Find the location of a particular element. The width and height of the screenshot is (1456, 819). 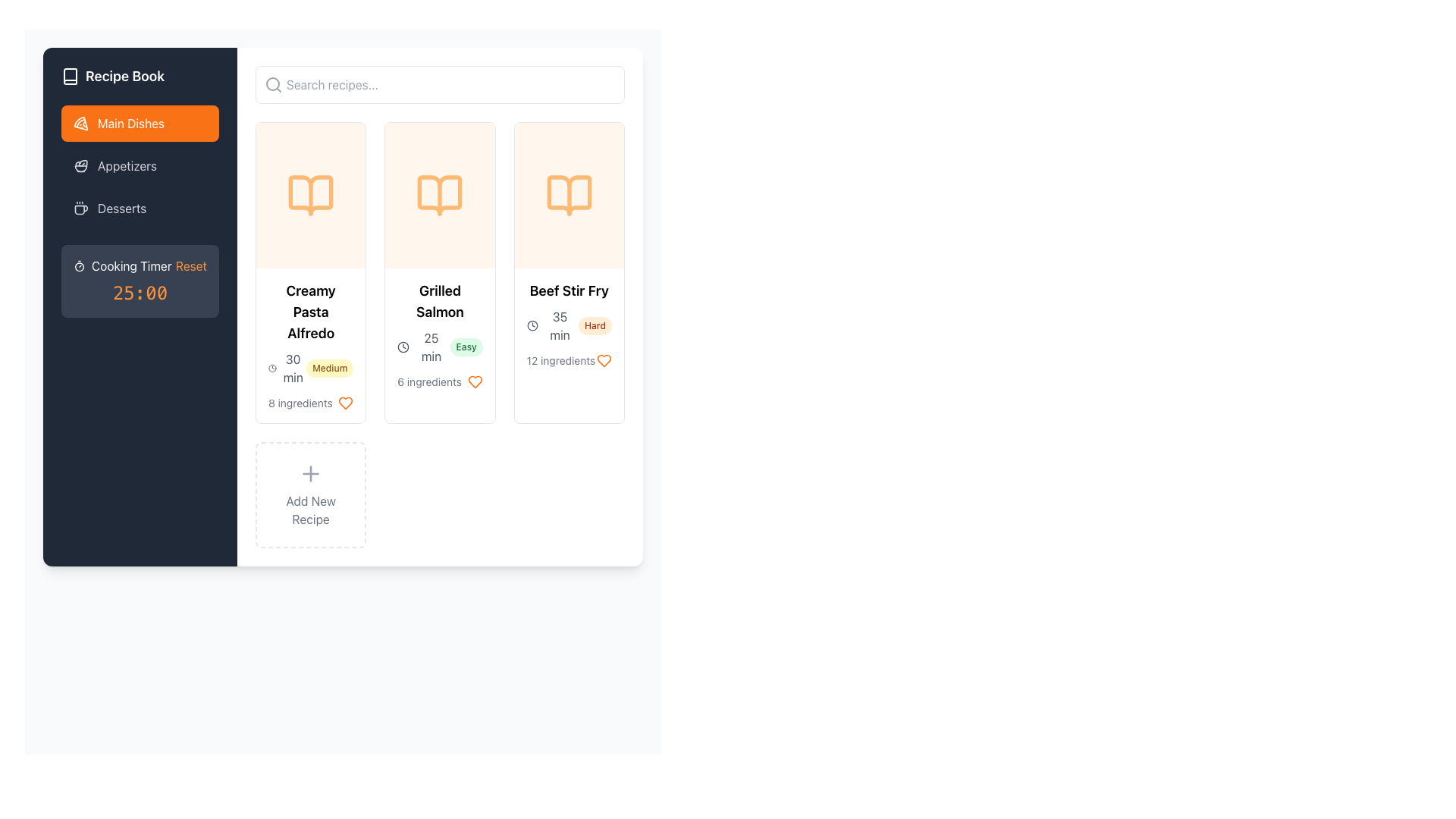

the Icon button that triggers the action of adding a new recipe is located at coordinates (310, 472).